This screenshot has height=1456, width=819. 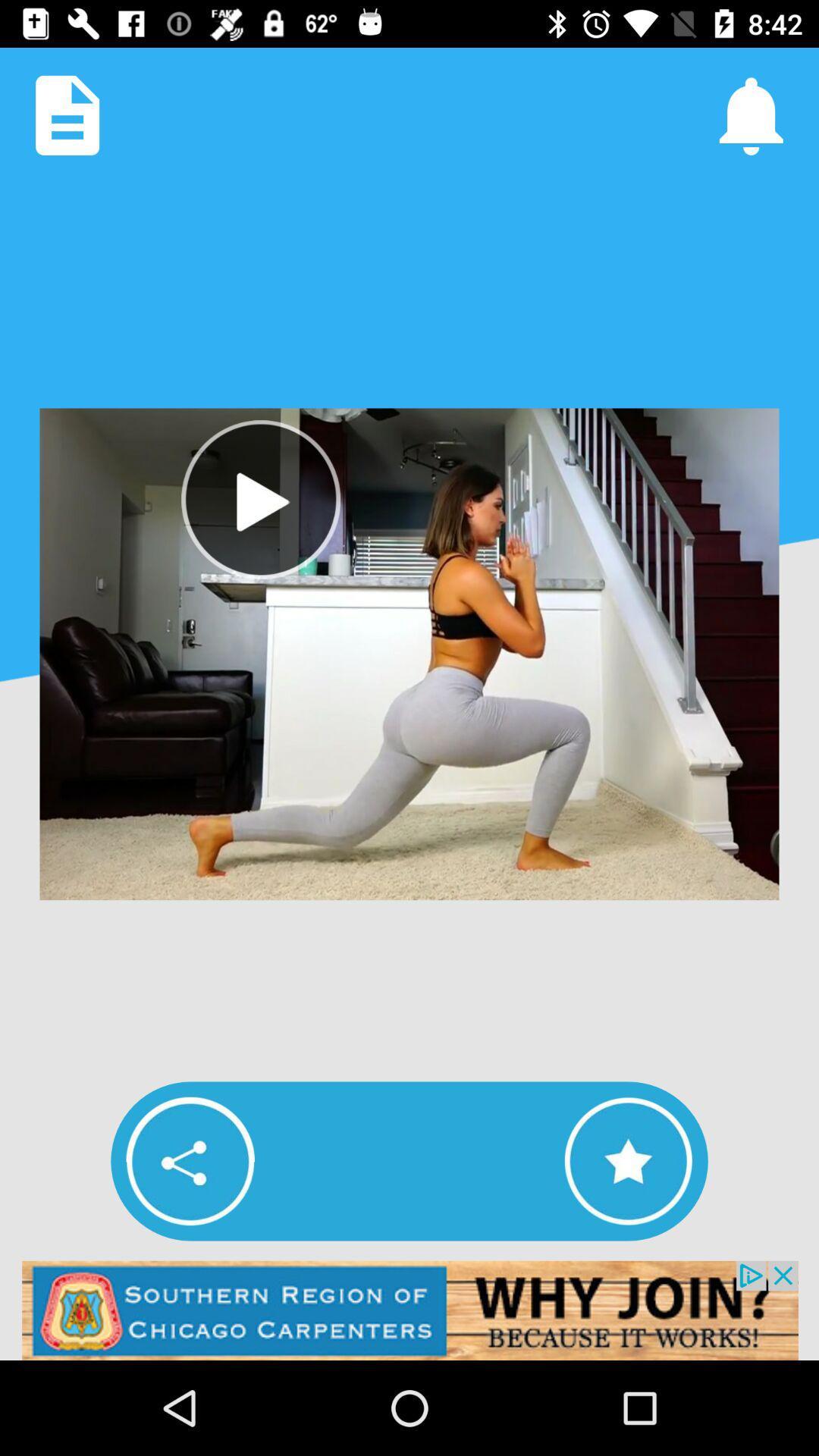 What do you see at coordinates (409, 1310) in the screenshot?
I see `click for advertisement info` at bounding box center [409, 1310].